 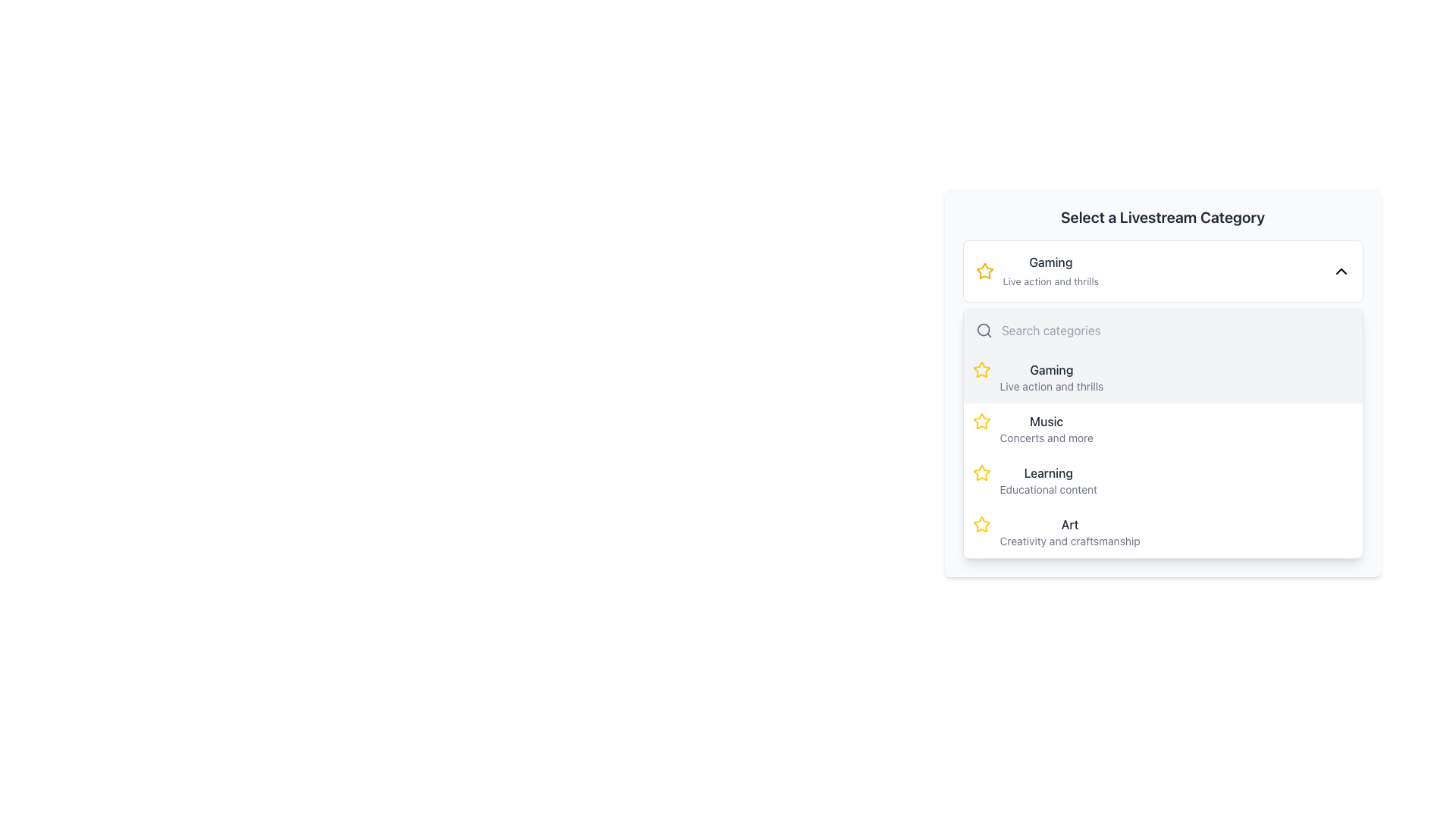 I want to click on the downward-pointing chevron icon representing the dropdown arrow in the top-right corner of the 'GamingLive action and thrills' dropdown selection box, so click(x=1341, y=271).